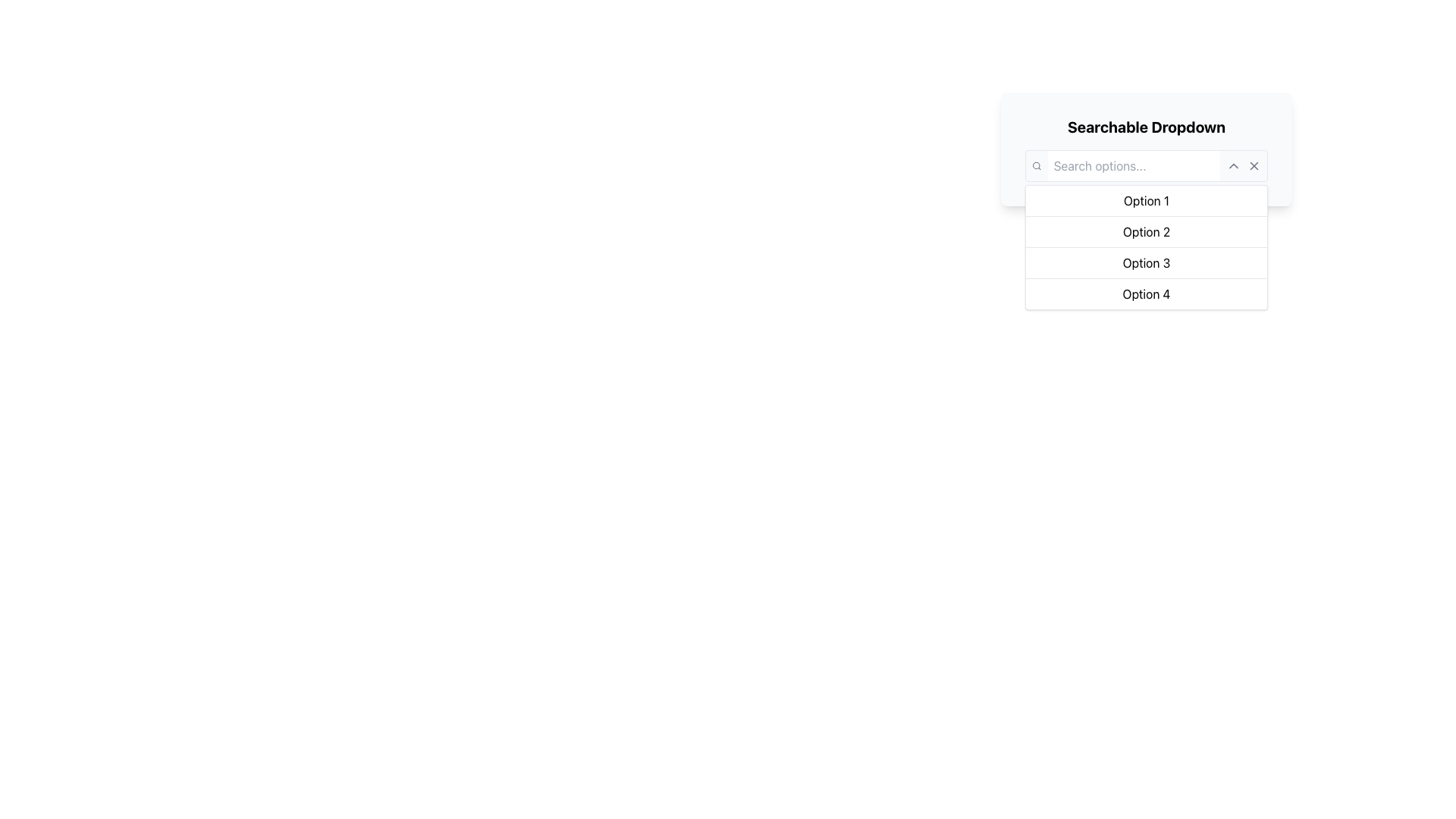  What do you see at coordinates (1254, 166) in the screenshot?
I see `the clear or close icon located in the top-right corner of the dropdown menu, adjacent to the search input field` at bounding box center [1254, 166].